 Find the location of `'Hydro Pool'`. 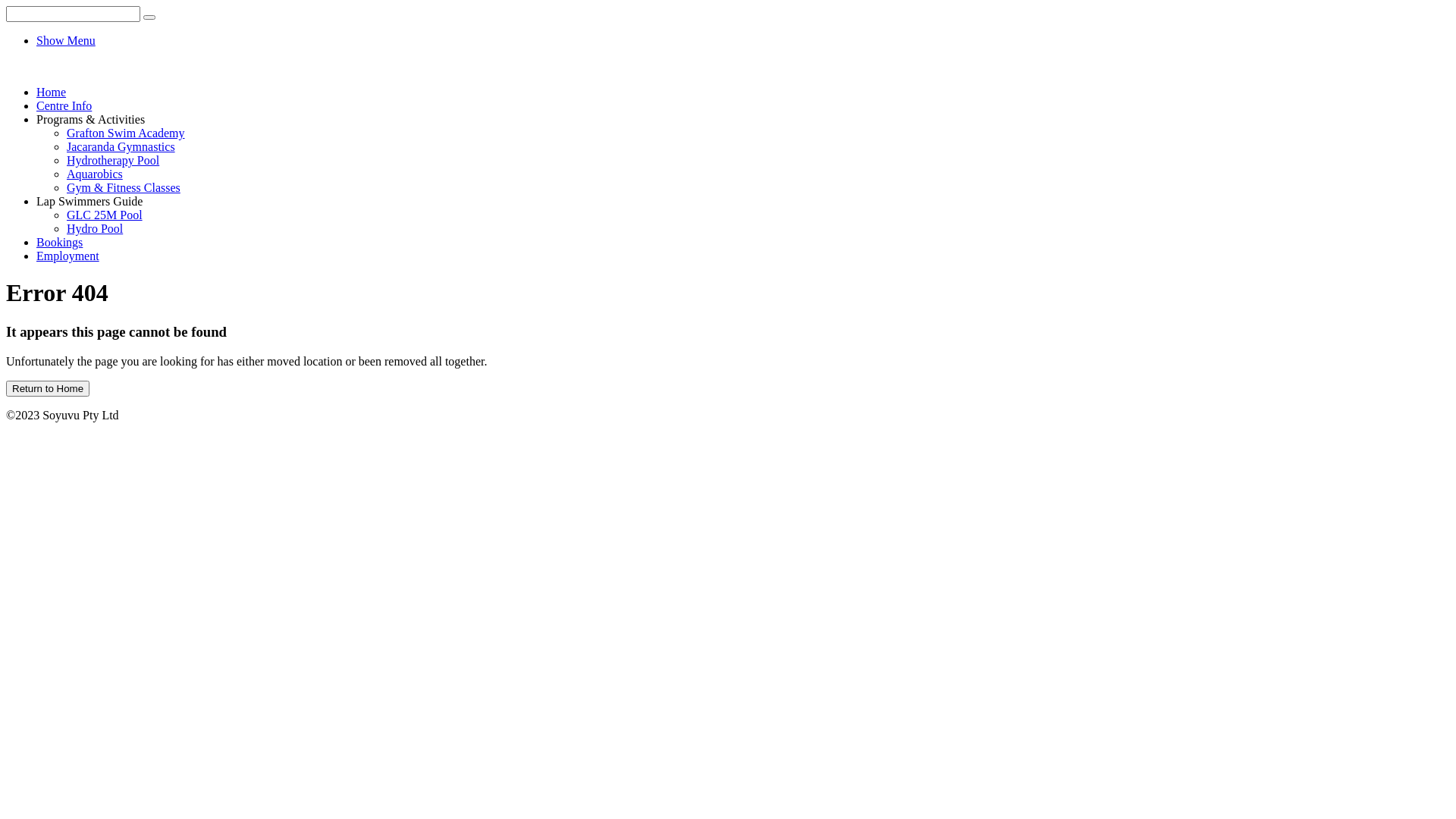

'Hydro Pool' is located at coordinates (93, 228).